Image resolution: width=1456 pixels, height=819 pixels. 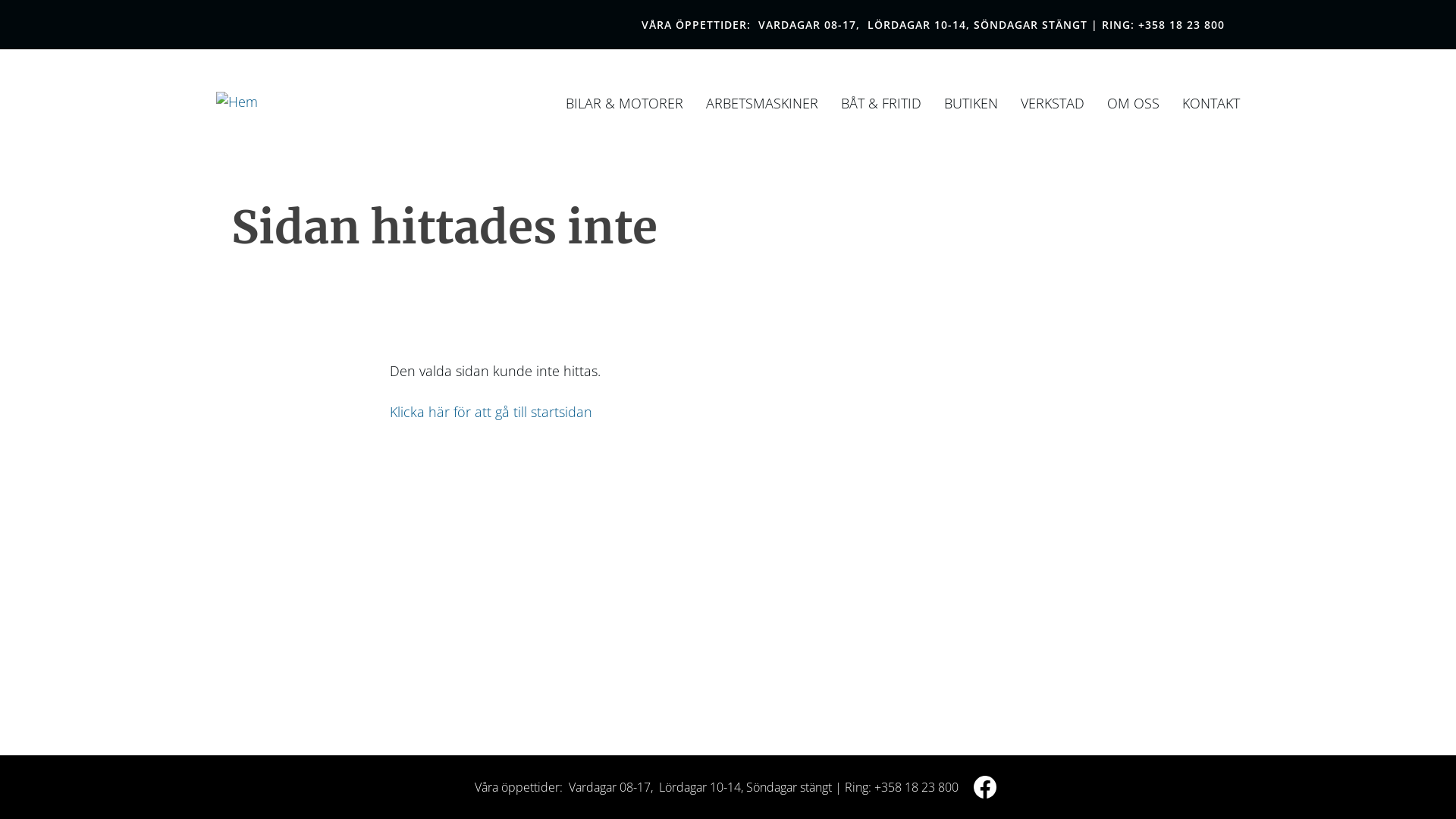 I want to click on 'VERKSTAD', so click(x=1051, y=102).